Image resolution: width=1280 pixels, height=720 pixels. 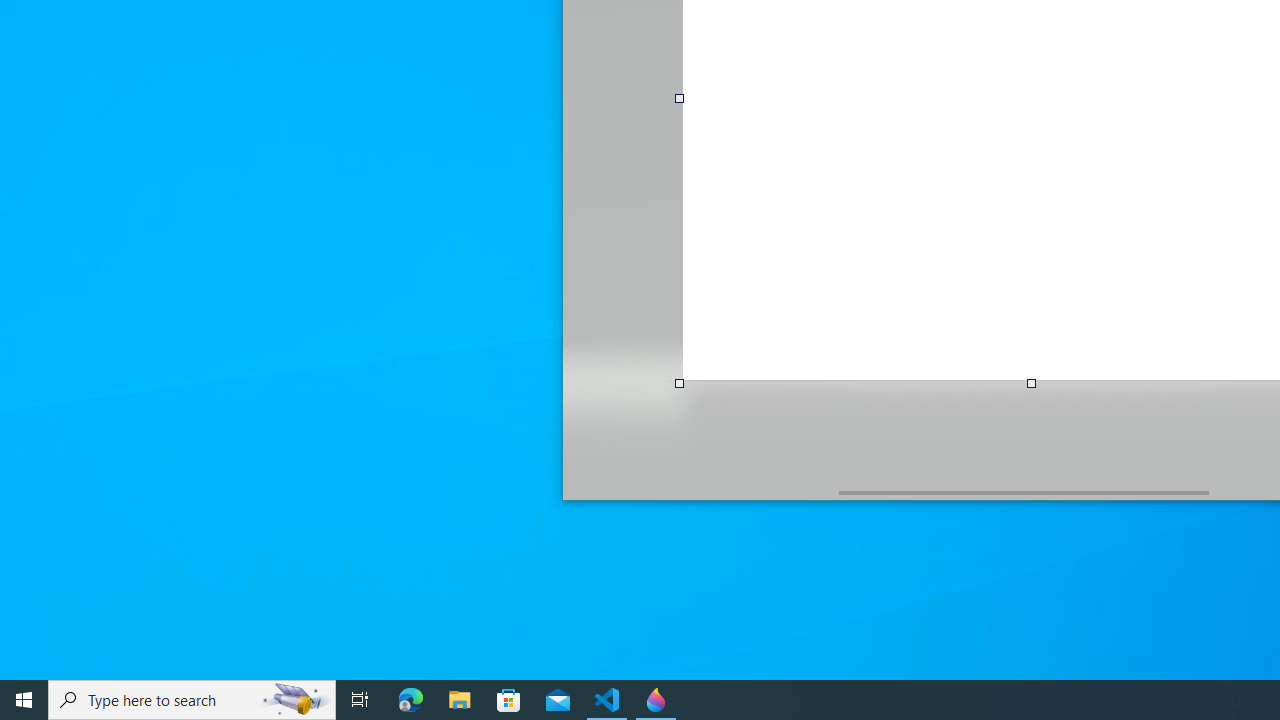 I want to click on 'Visual Studio Code - 1 running window', so click(x=606, y=698).